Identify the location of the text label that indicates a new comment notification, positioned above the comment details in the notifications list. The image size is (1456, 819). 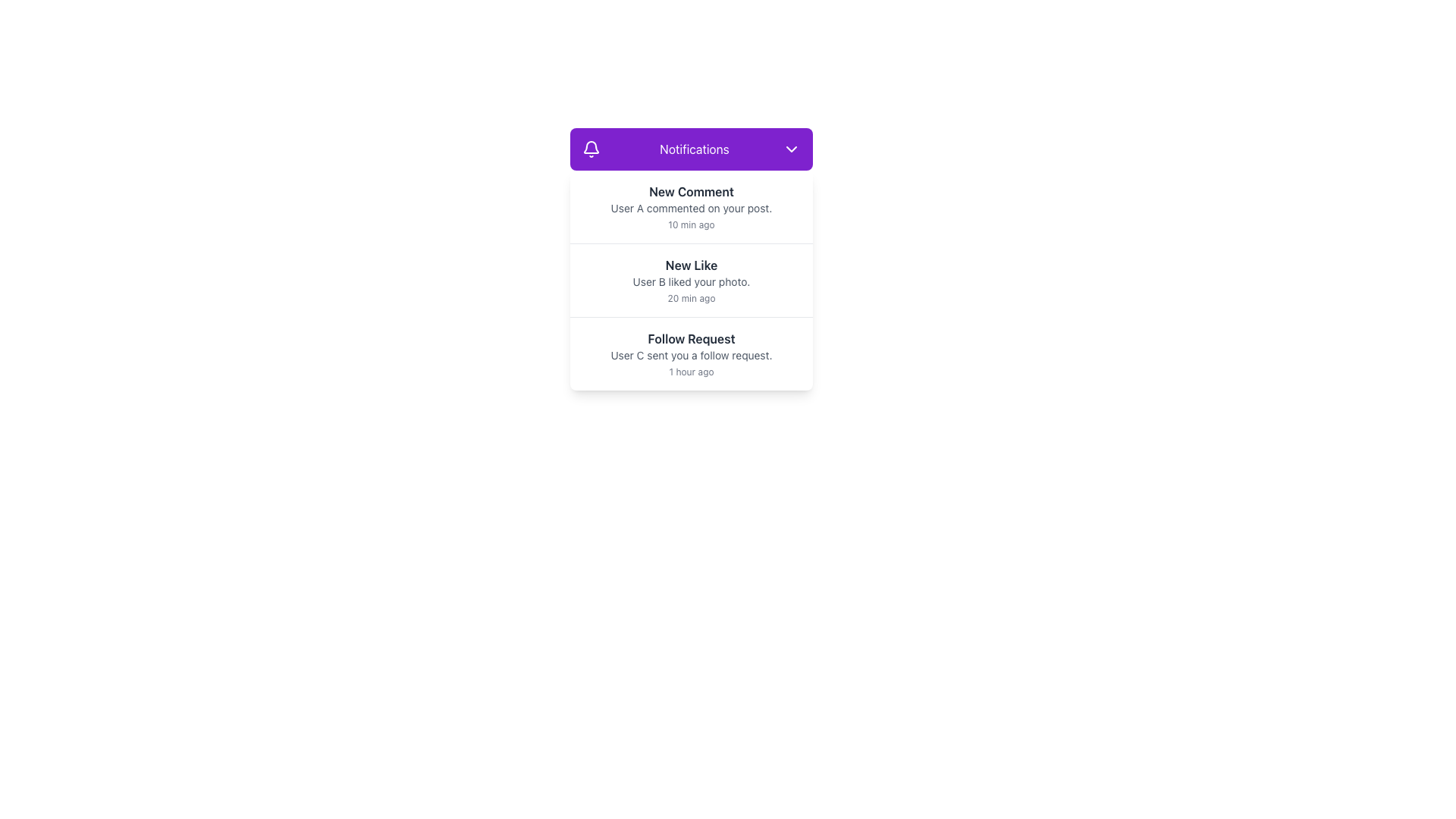
(691, 191).